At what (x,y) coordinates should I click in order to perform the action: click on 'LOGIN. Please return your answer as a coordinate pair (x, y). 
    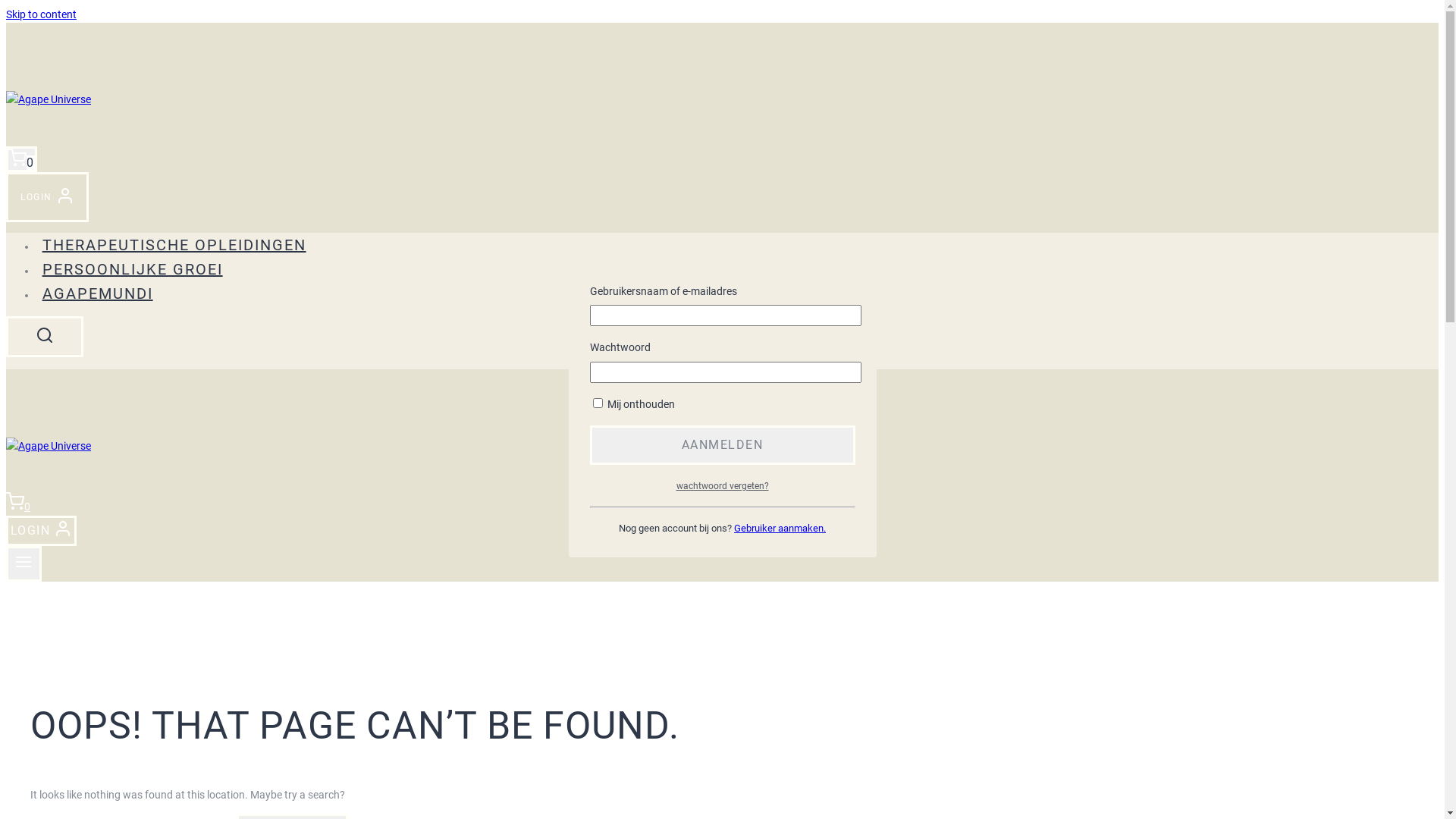
    Looking at the image, I should click on (41, 530).